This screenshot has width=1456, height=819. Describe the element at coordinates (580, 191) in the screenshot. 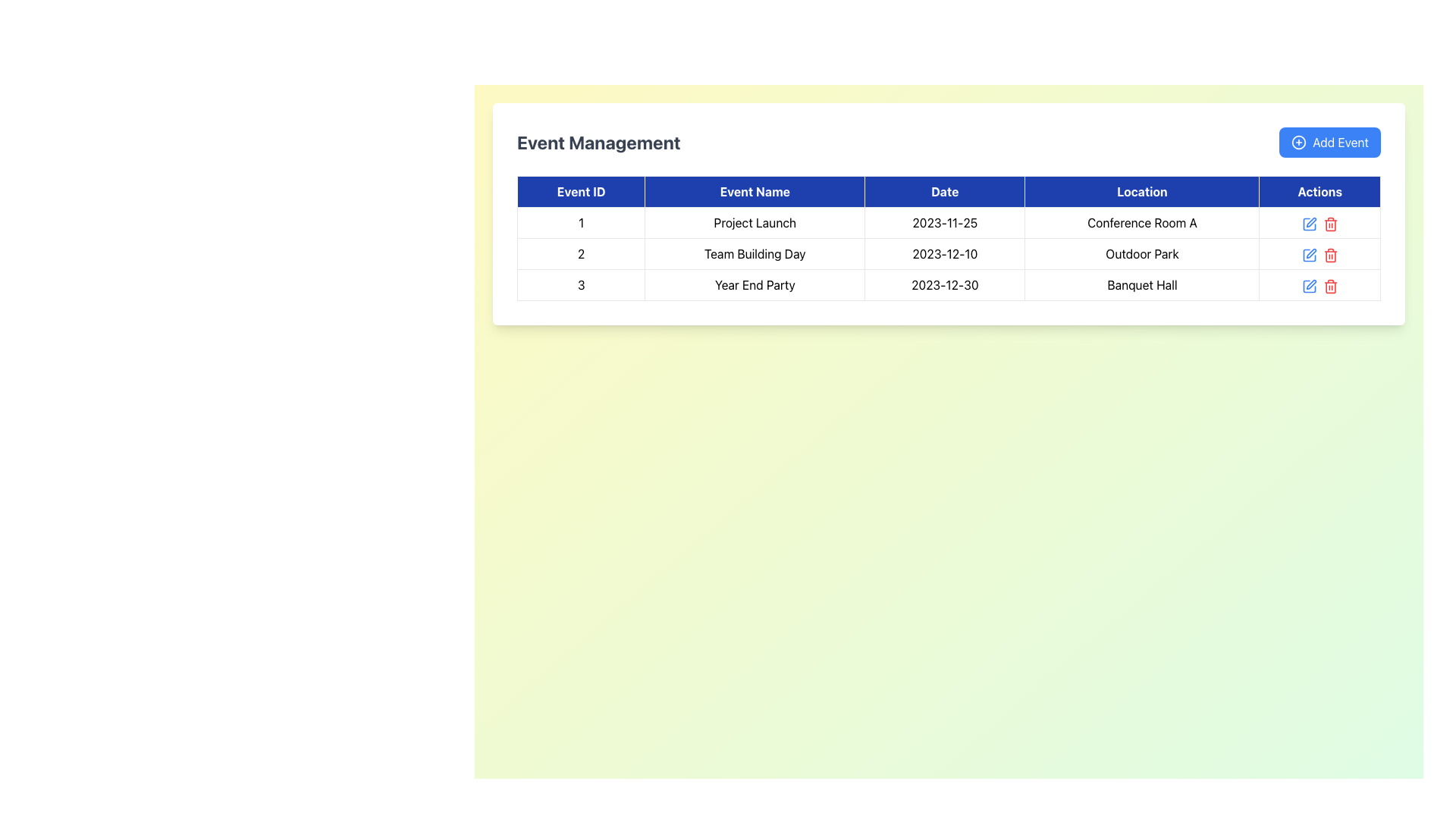

I see `text from the Table Header Cell labeled 'Event ID', which is a blue rectangular box with white text, located at the top-left corner of the table` at that location.